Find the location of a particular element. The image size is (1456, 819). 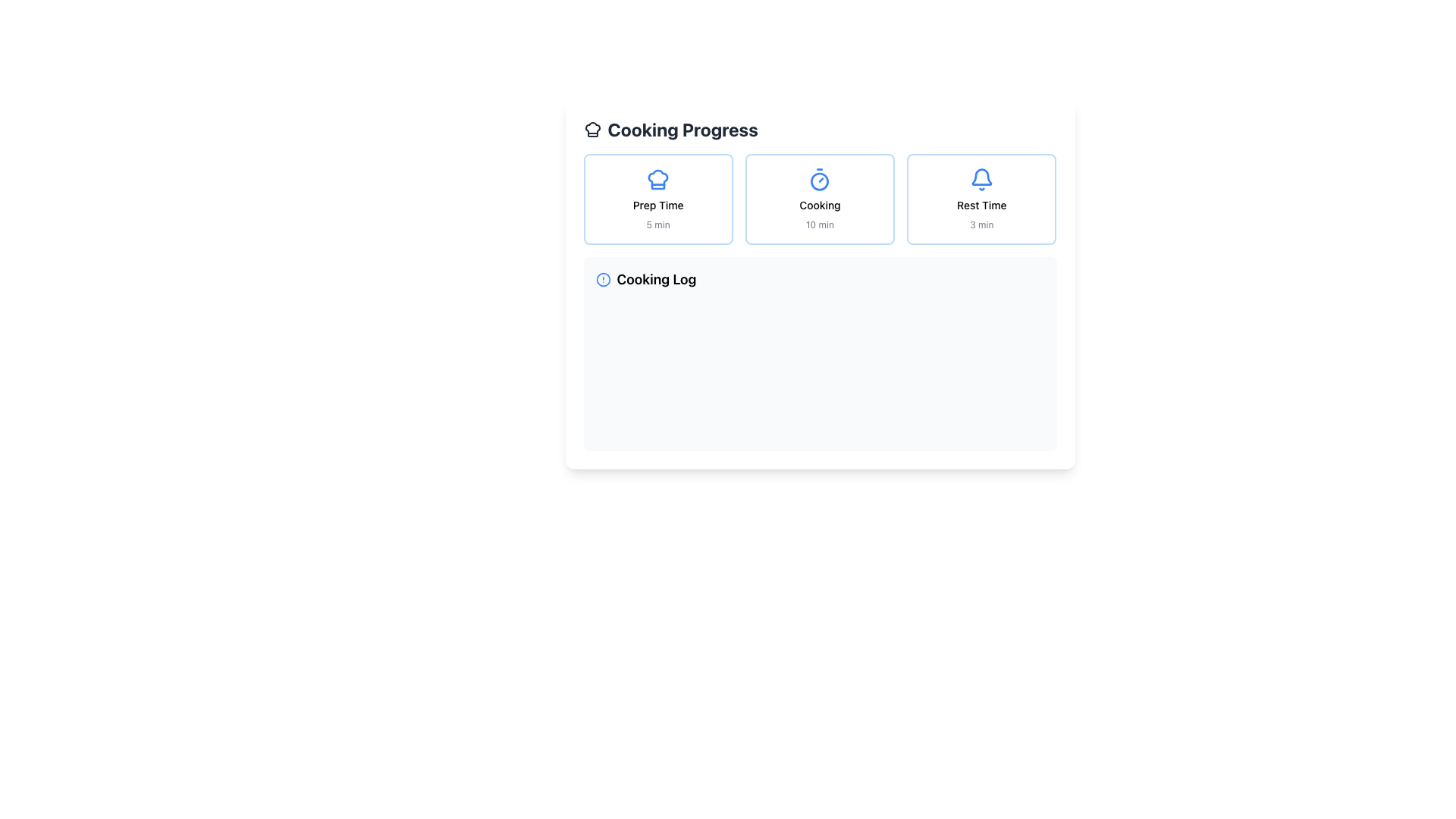

the 'Cooking Progress' icon located at the top left of the 'Cooking Progress' header section, which serves as a decorative representation of the cooking theme is located at coordinates (591, 128).